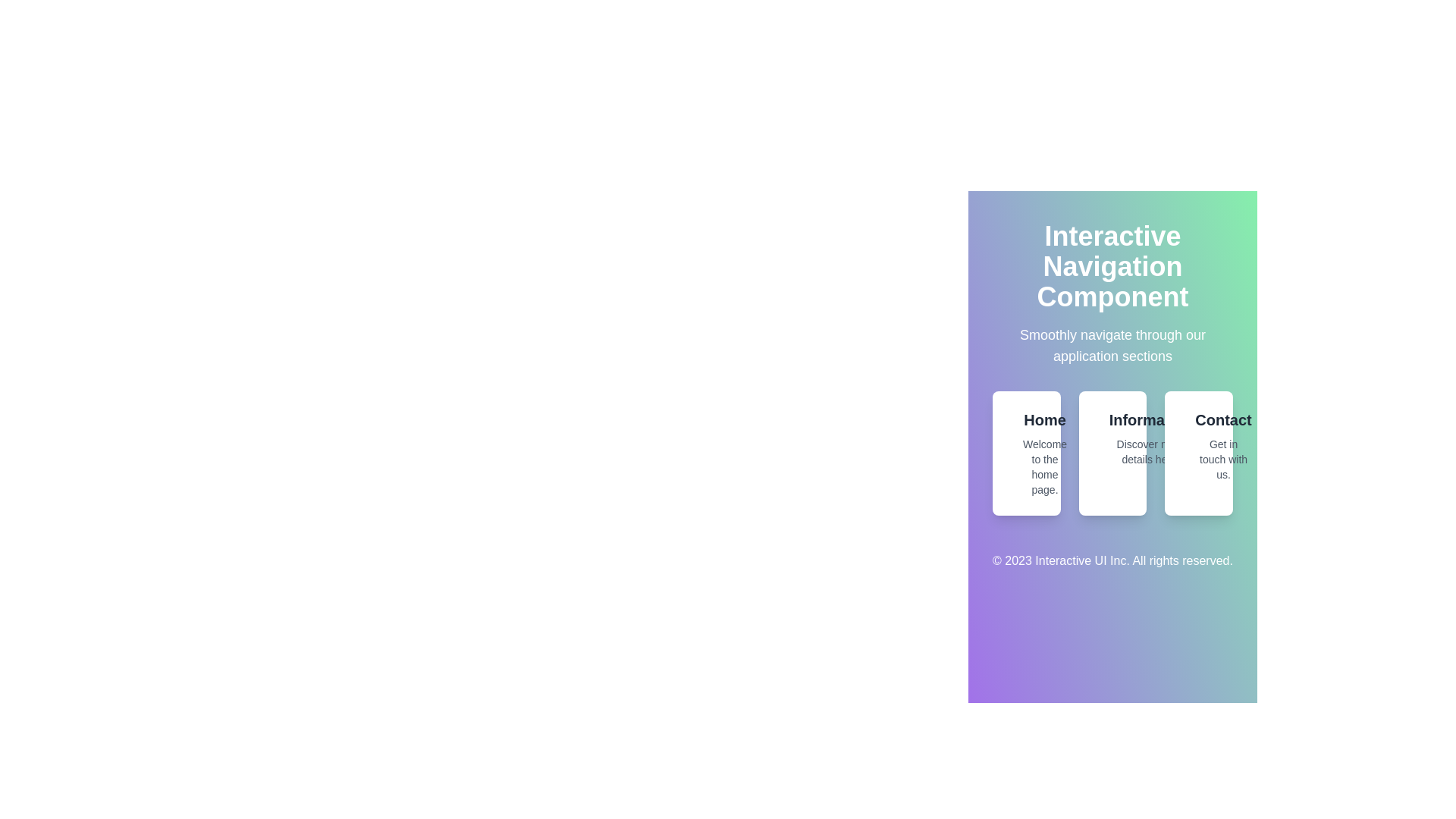 The width and height of the screenshot is (1456, 819). What do you see at coordinates (1112, 294) in the screenshot?
I see `the introductory Text content block at the top of the application layout, which provides information about the application's navigation features` at bounding box center [1112, 294].